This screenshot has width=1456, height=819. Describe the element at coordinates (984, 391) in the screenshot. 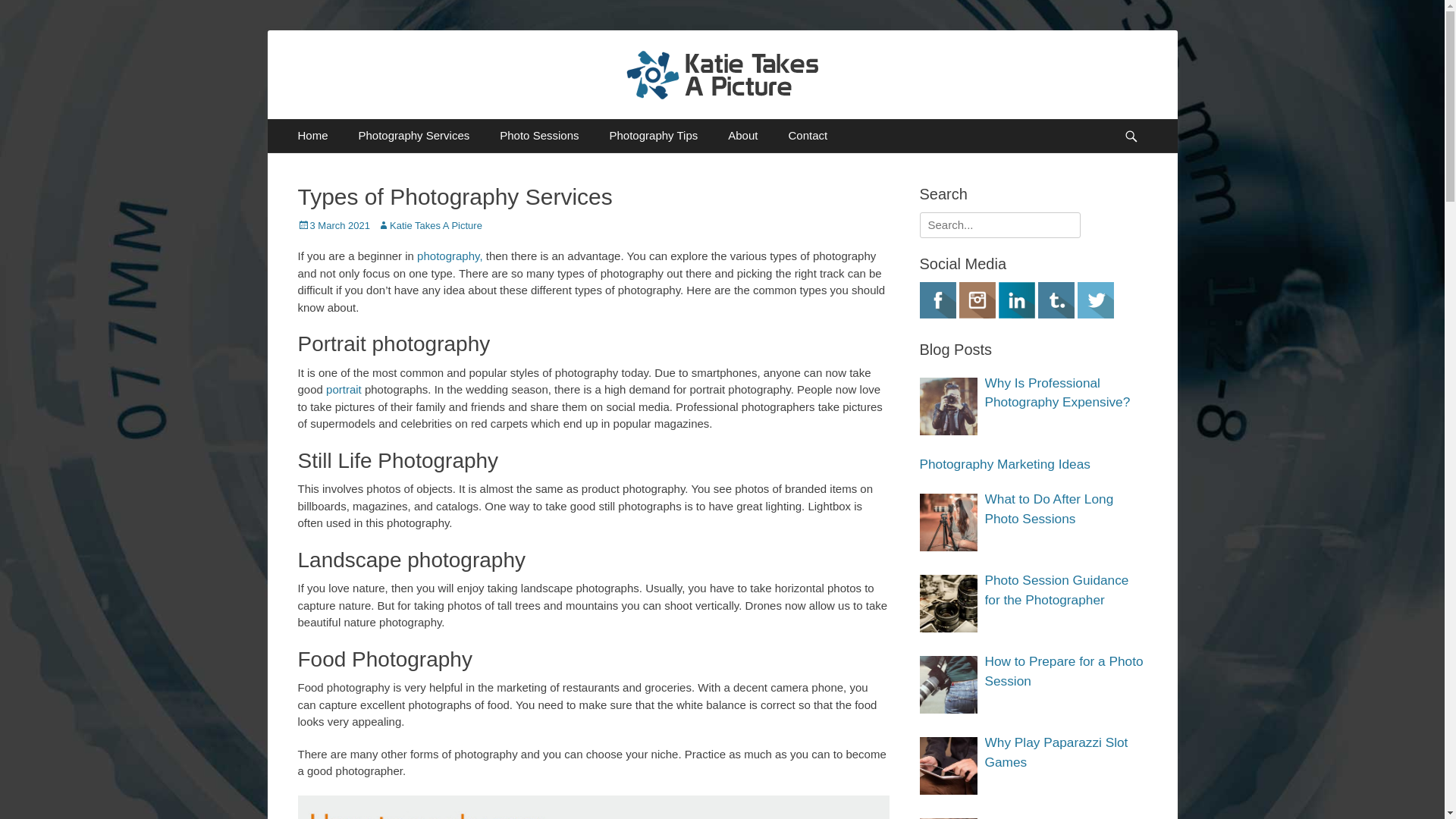

I see `'Why Is Professional Photography Expensive?'` at that location.